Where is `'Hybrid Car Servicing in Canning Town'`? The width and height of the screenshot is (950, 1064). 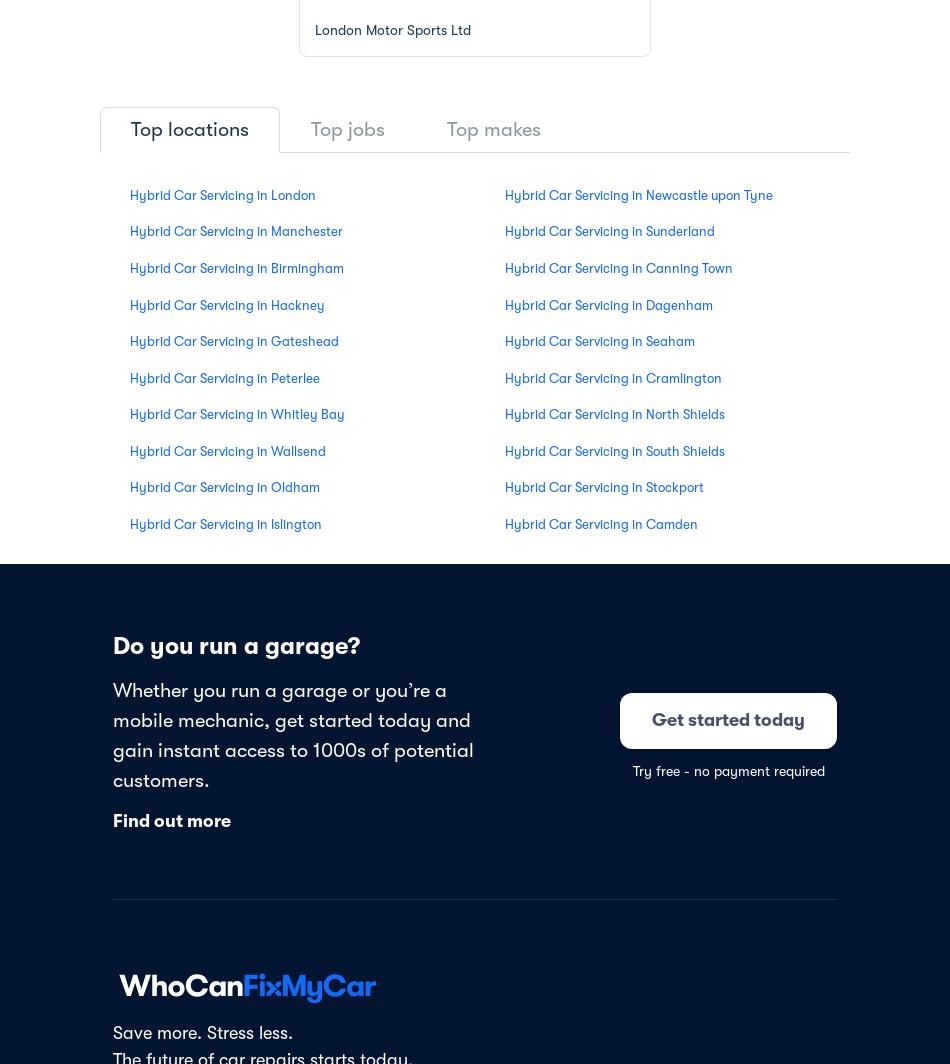
'Hybrid Car Servicing in Canning Town' is located at coordinates (505, 267).